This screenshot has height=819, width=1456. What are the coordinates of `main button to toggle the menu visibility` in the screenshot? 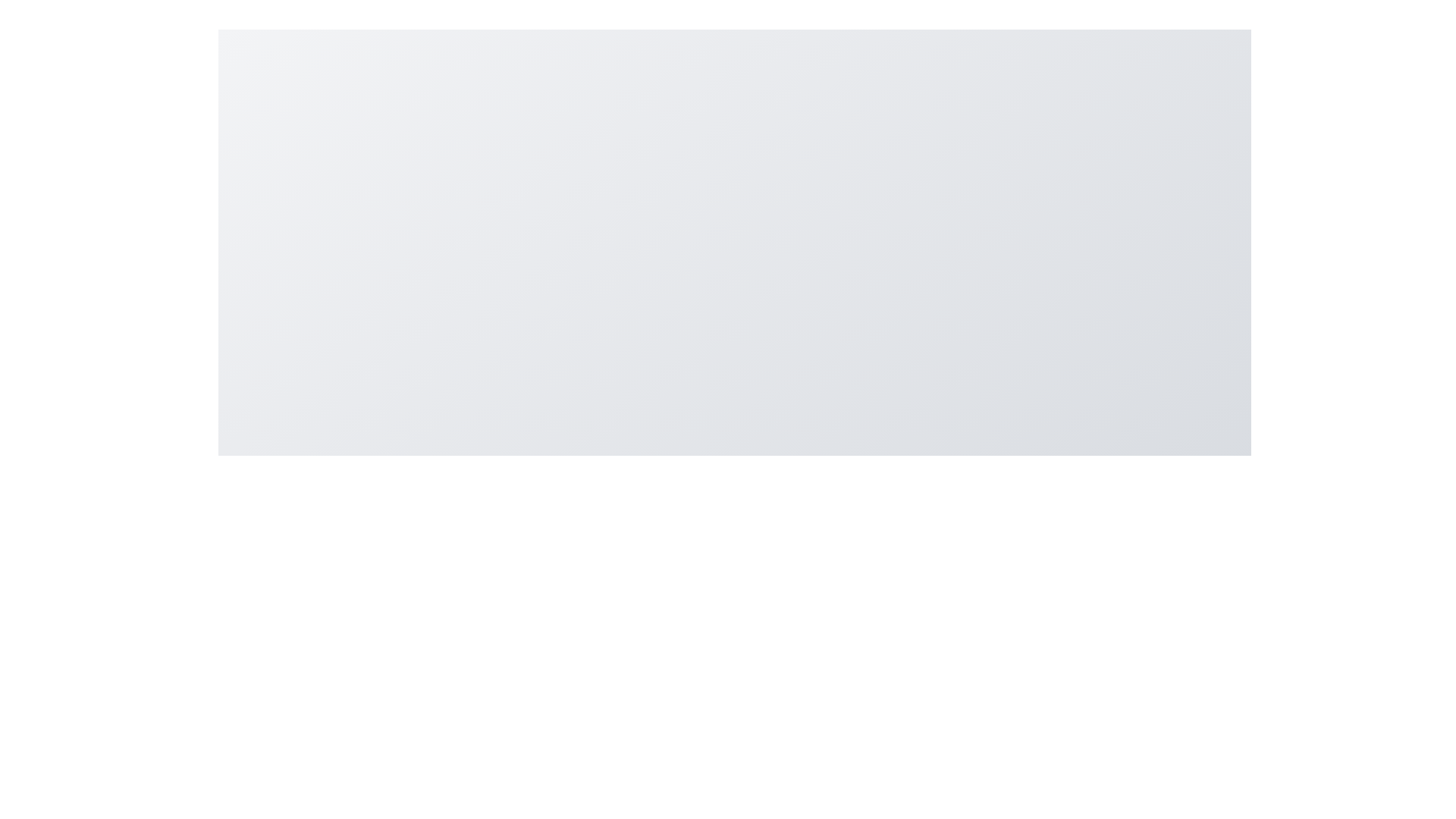 It's located at (735, 802).